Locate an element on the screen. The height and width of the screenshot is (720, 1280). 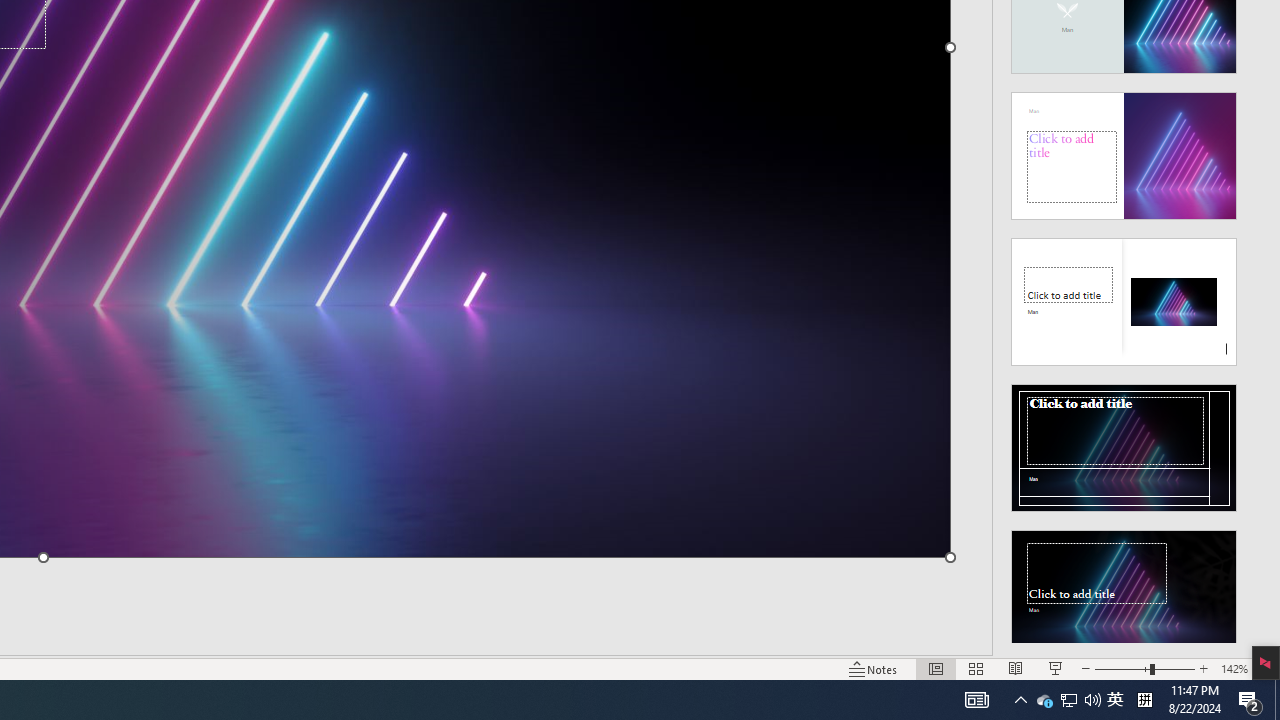
'Q2790: 100%' is located at coordinates (1092, 698).